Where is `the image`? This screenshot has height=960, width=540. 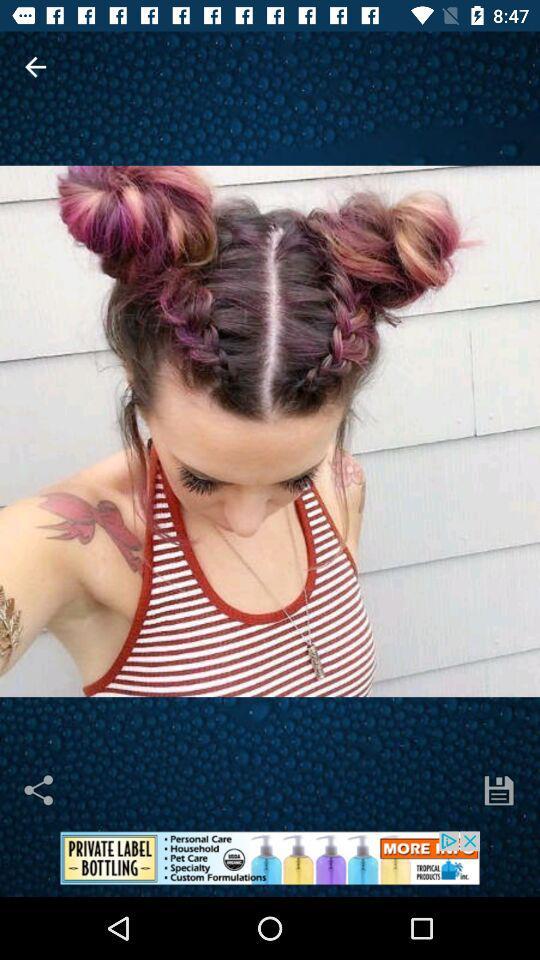
the image is located at coordinates (270, 431).